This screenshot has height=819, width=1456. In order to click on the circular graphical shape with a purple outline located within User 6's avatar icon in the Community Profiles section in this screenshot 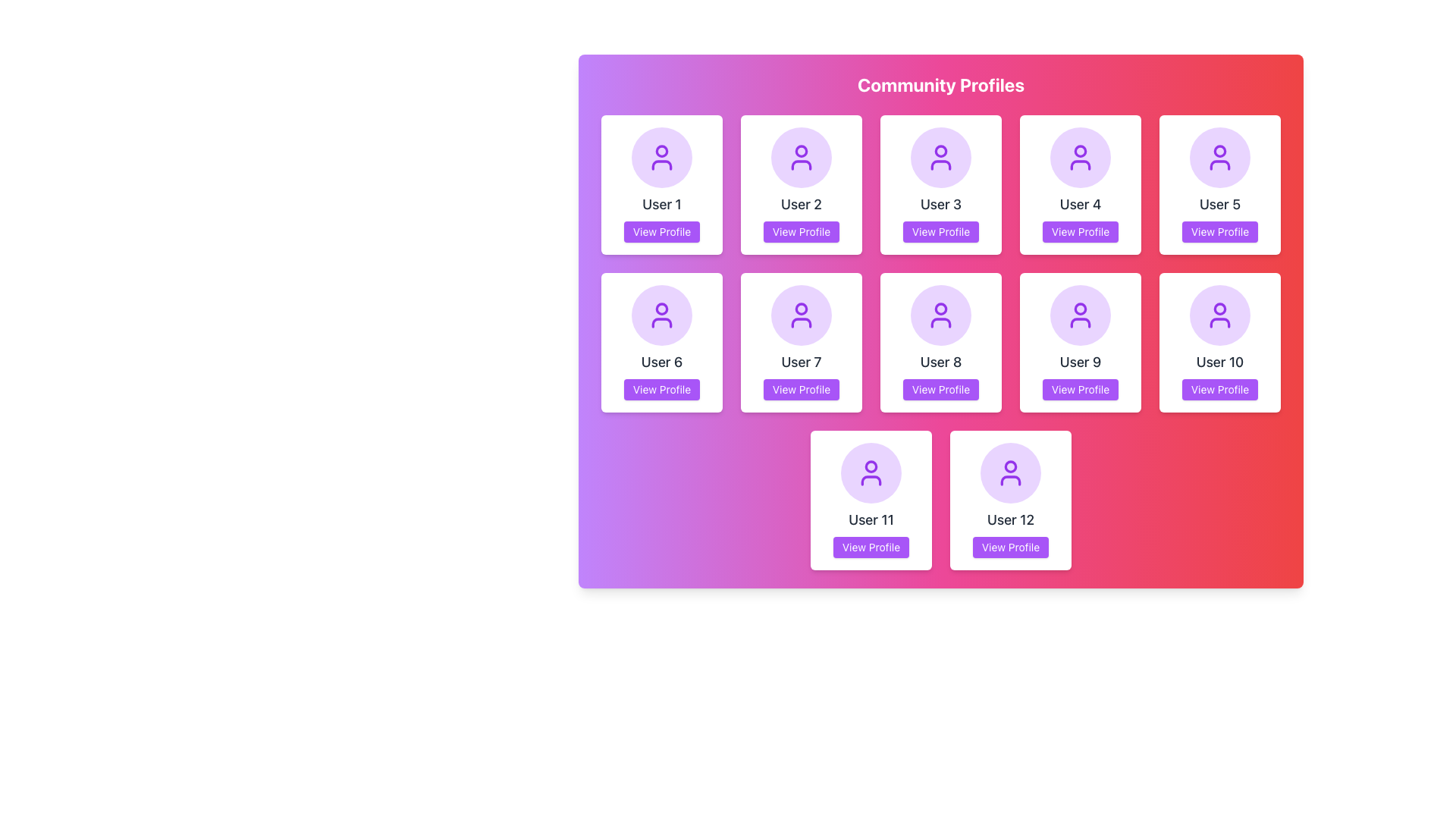, I will do `click(662, 308)`.